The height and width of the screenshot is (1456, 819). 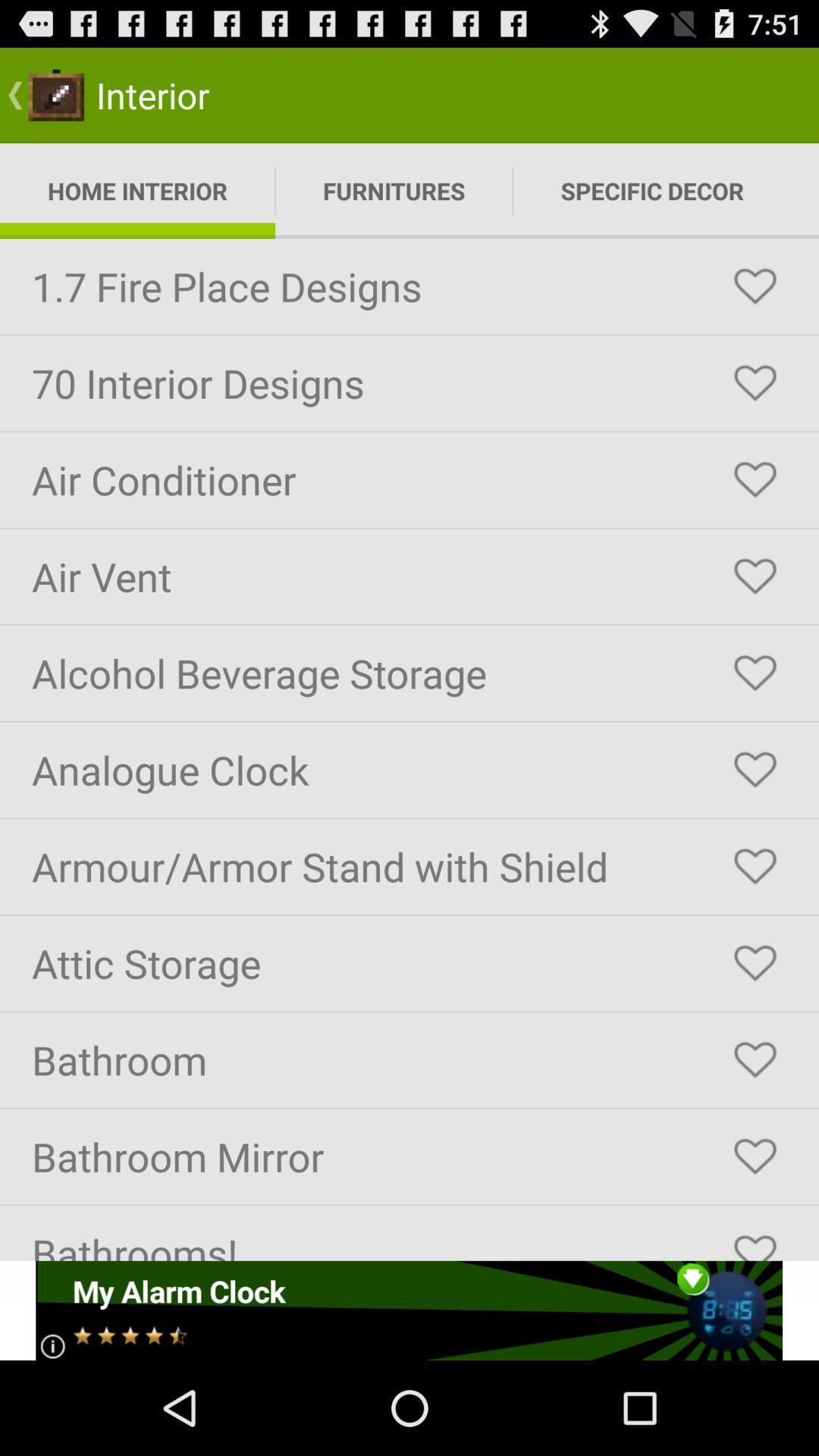 What do you see at coordinates (755, 1241) in the screenshot?
I see `to favorite` at bounding box center [755, 1241].